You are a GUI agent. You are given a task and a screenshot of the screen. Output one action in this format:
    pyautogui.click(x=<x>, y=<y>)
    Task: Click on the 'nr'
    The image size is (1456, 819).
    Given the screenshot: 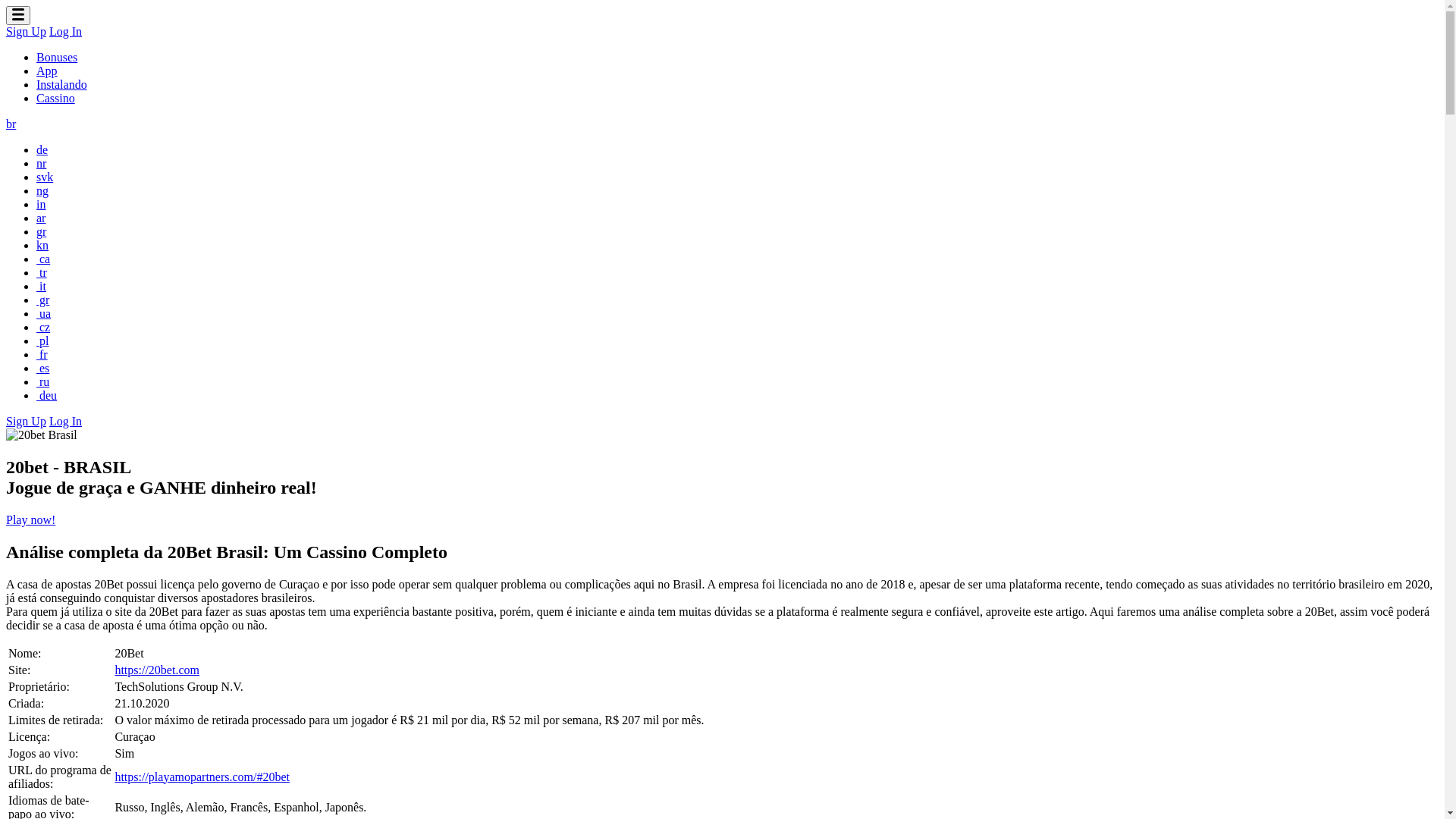 What is the action you would take?
    pyautogui.click(x=41, y=163)
    